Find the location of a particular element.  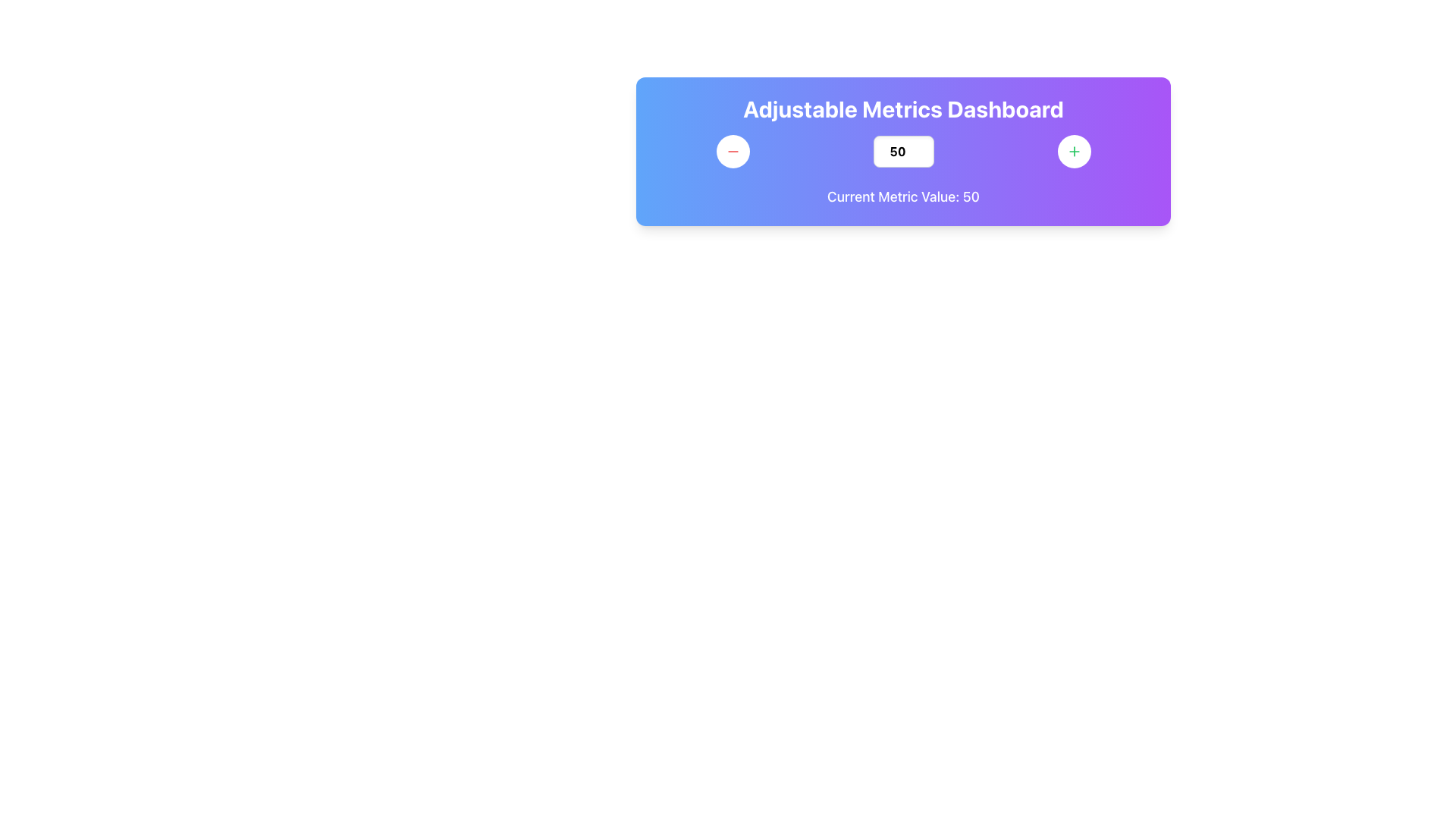

the interactive components within the header section of the metrics dashboard that displays the current metric value and controls for adjustment is located at coordinates (903, 152).